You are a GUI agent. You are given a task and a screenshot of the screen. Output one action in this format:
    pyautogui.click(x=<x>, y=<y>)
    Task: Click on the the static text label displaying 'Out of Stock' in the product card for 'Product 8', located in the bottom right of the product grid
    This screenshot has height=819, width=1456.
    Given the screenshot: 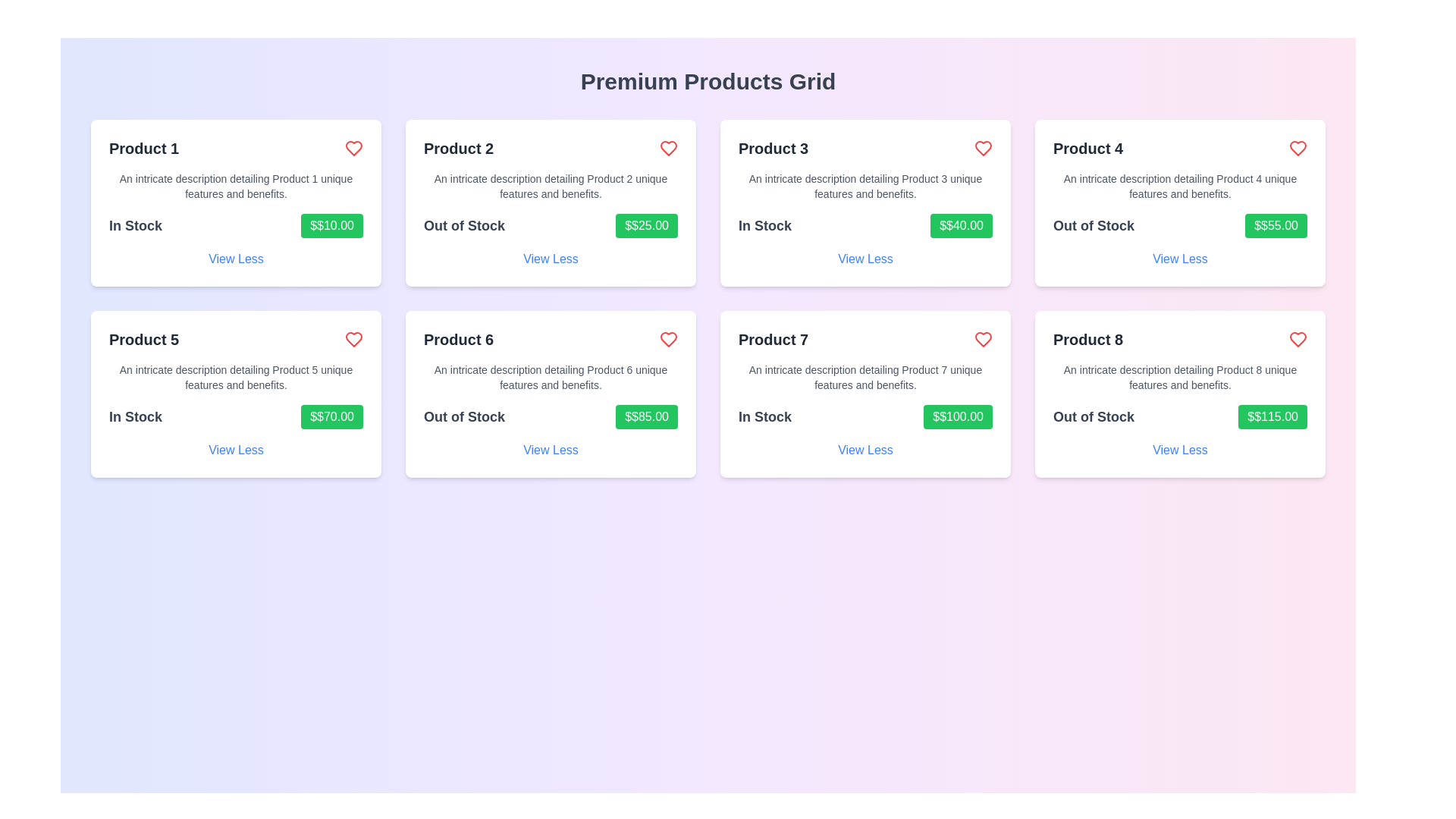 What is the action you would take?
    pyautogui.click(x=1094, y=417)
    